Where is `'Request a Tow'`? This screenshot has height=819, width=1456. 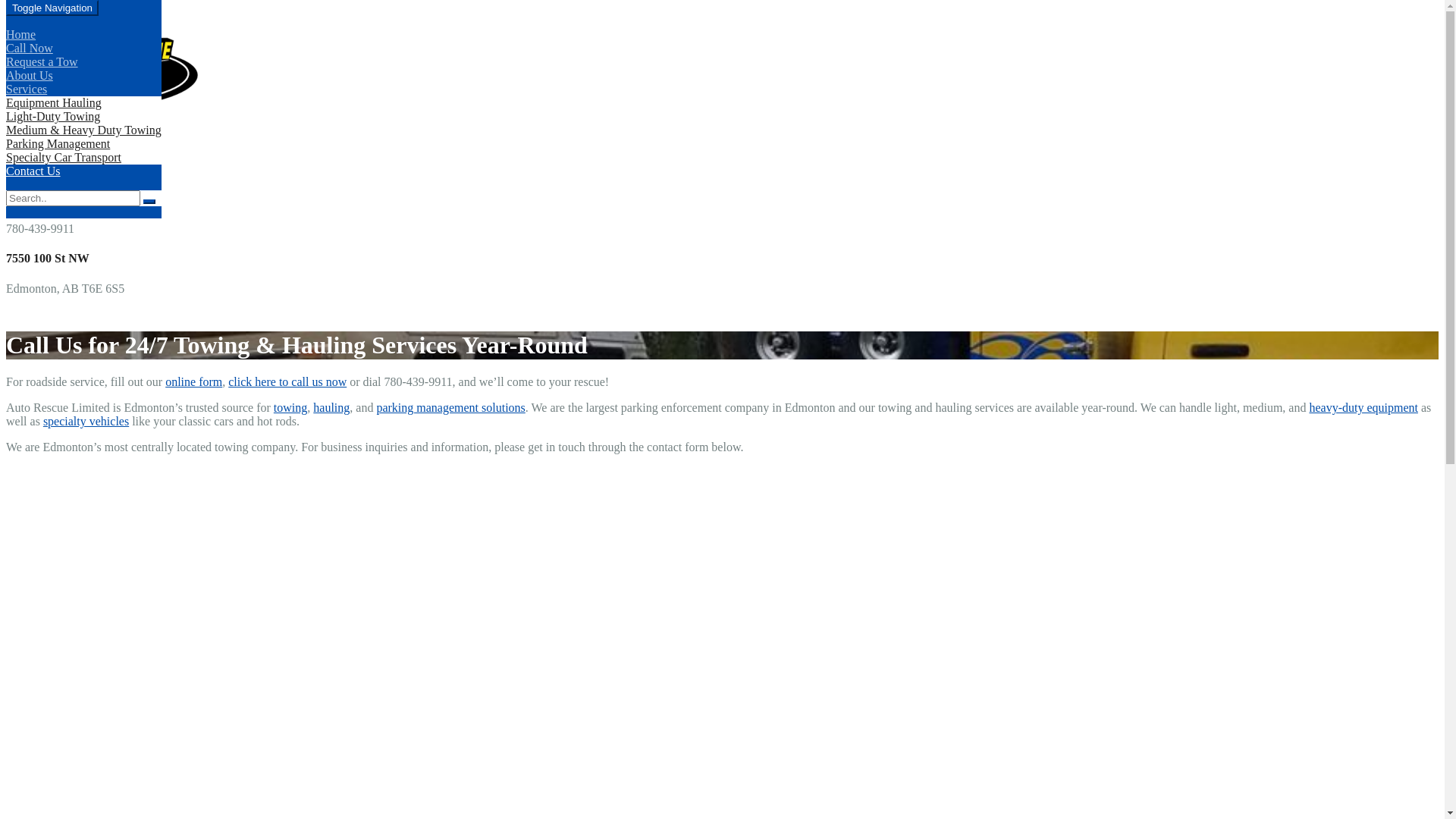
'Request a Tow' is located at coordinates (6, 61).